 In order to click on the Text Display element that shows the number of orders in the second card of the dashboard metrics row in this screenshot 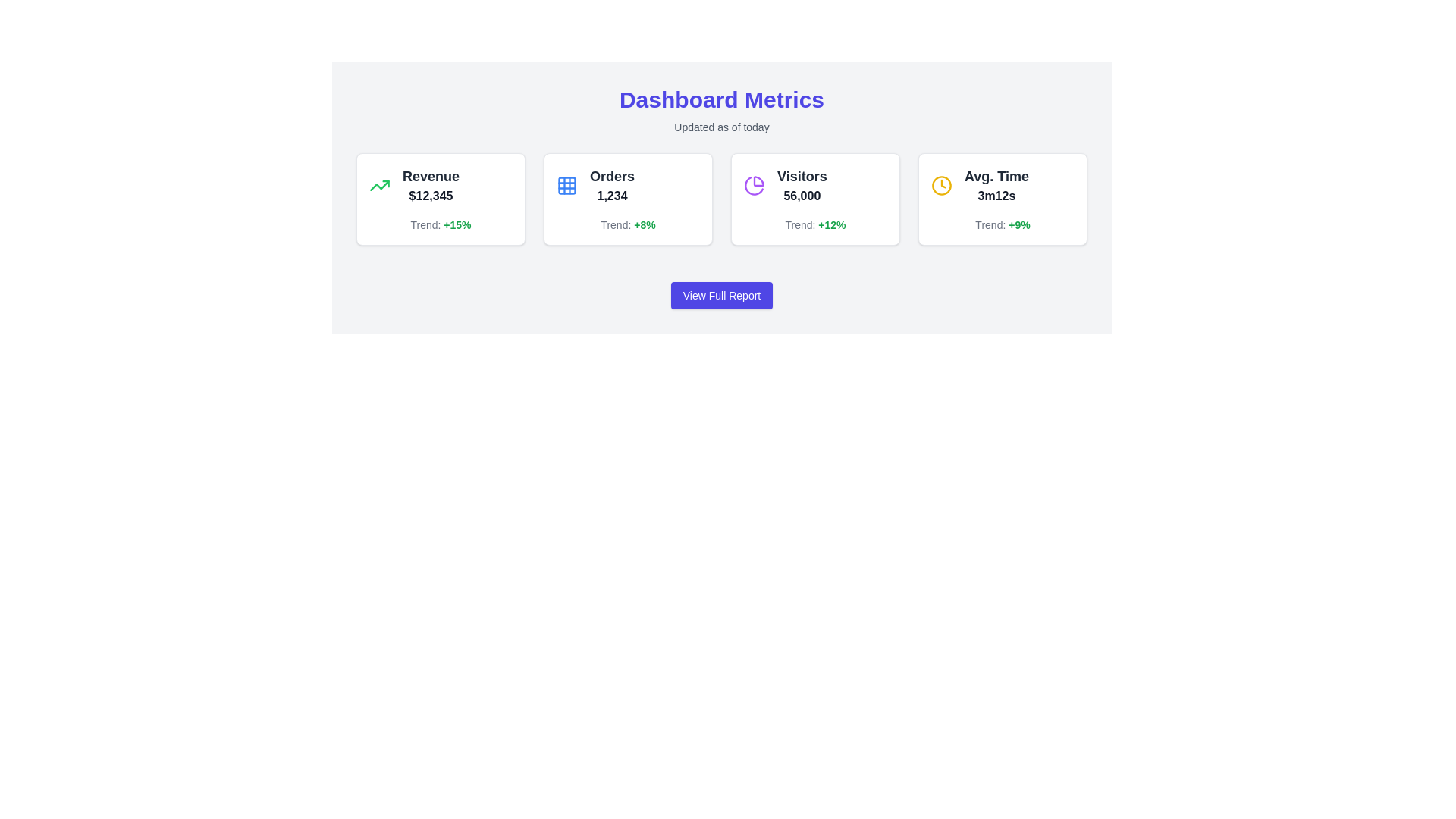, I will do `click(612, 185)`.